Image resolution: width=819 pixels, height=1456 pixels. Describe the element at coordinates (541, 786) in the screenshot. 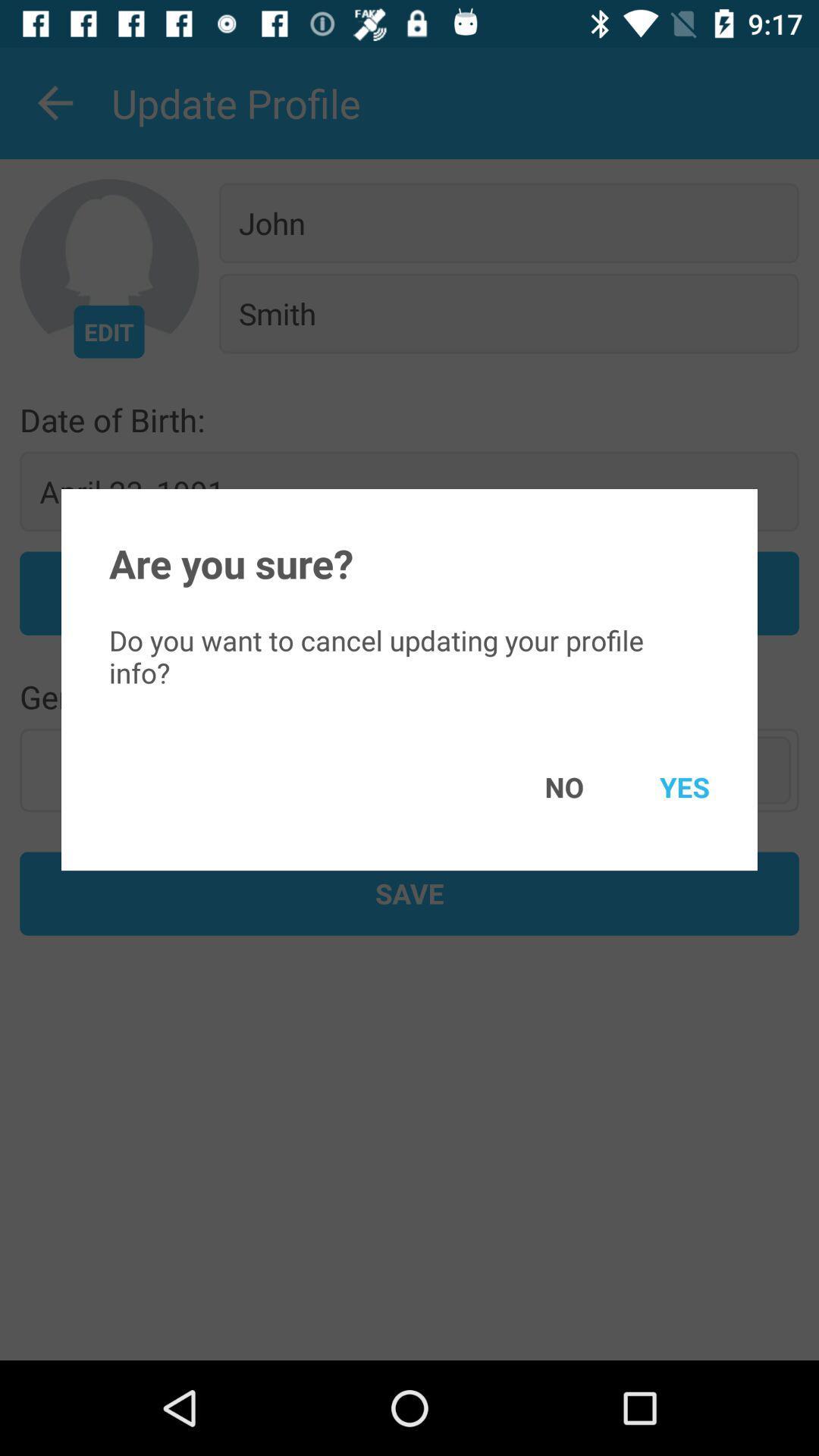

I see `the icon below do you want` at that location.